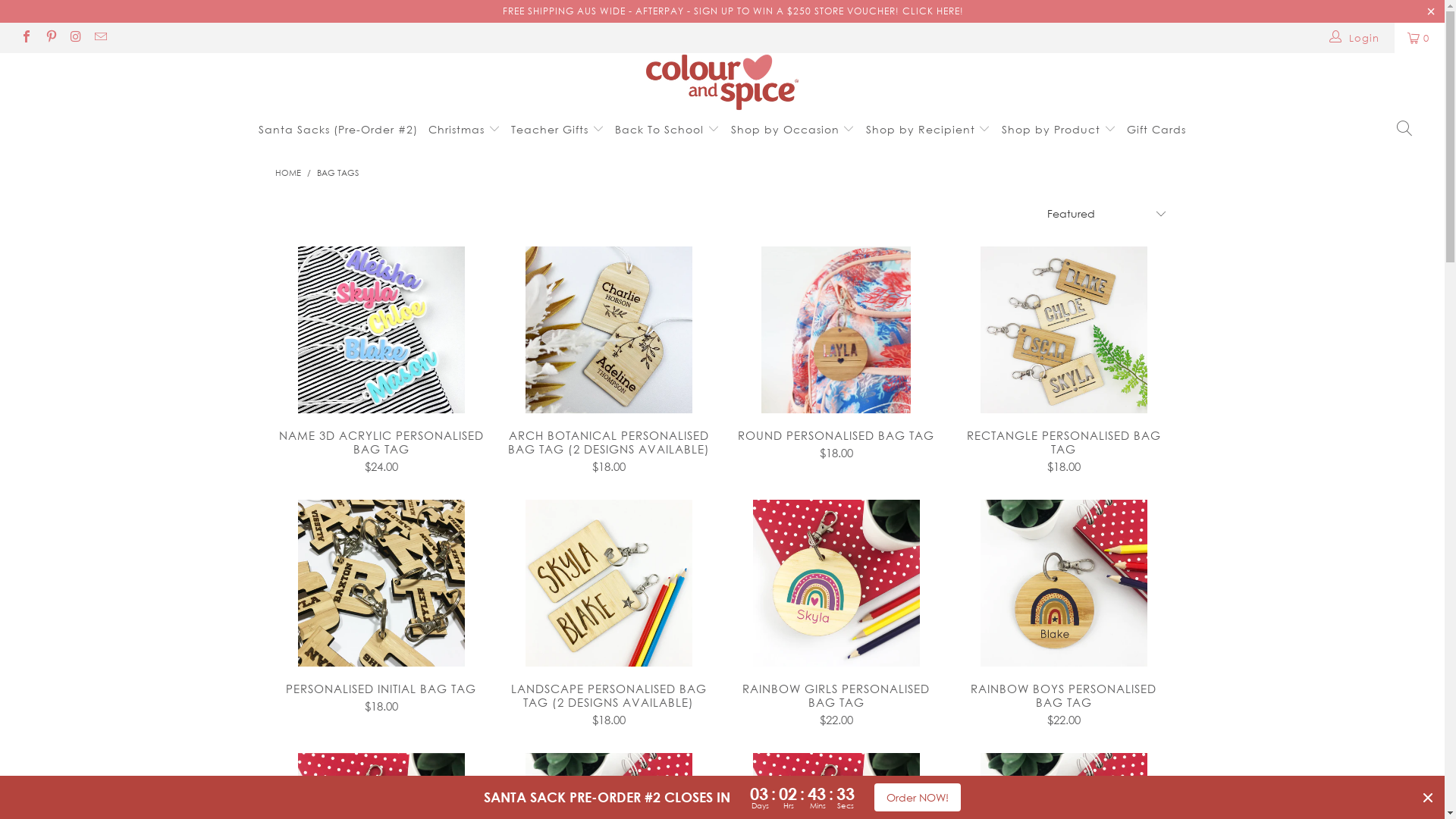 The image size is (1456, 819). I want to click on 'Santa Sacks (Pre-Order #2)', so click(337, 128).